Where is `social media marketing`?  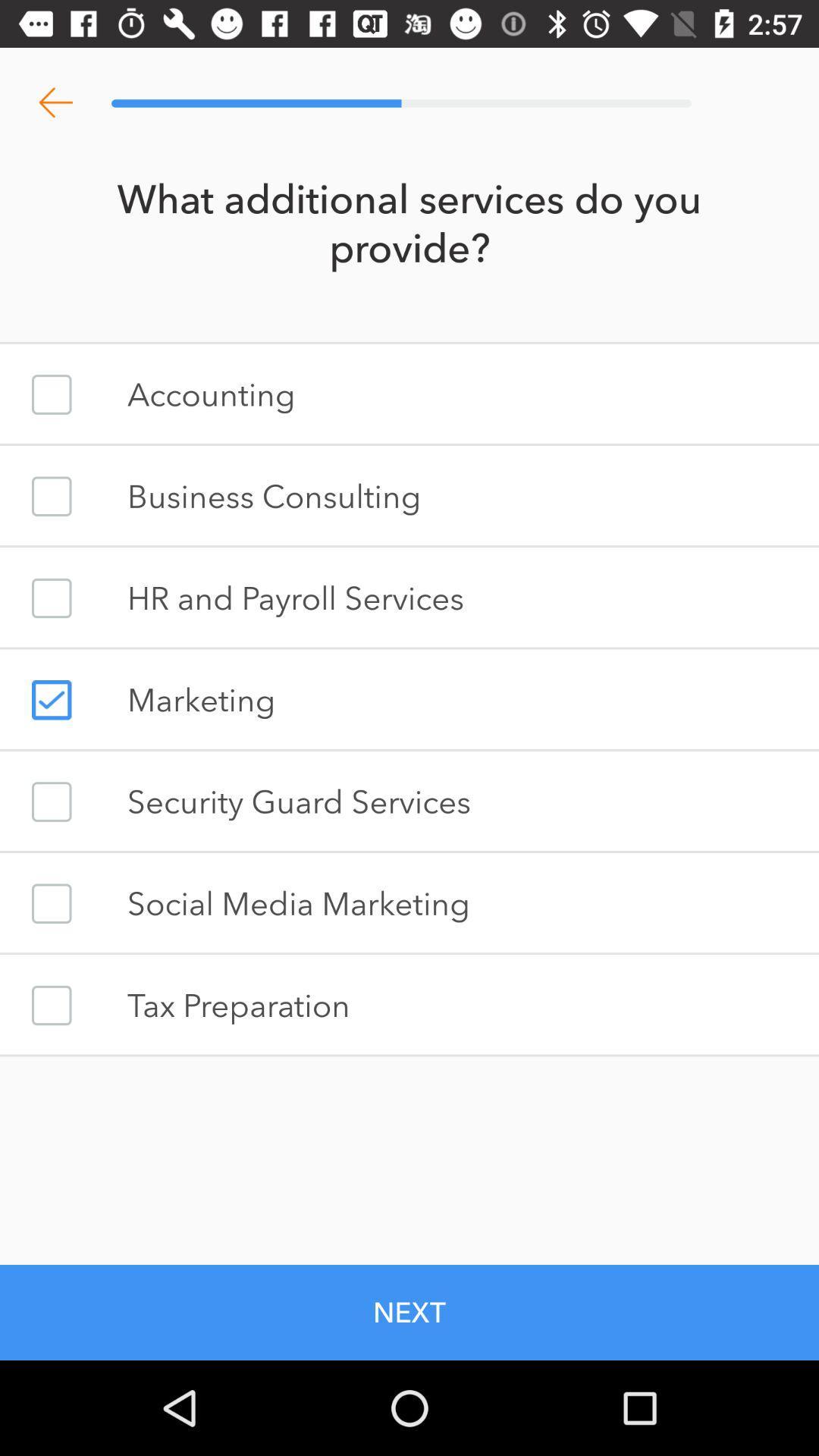 social media marketing is located at coordinates (51, 903).